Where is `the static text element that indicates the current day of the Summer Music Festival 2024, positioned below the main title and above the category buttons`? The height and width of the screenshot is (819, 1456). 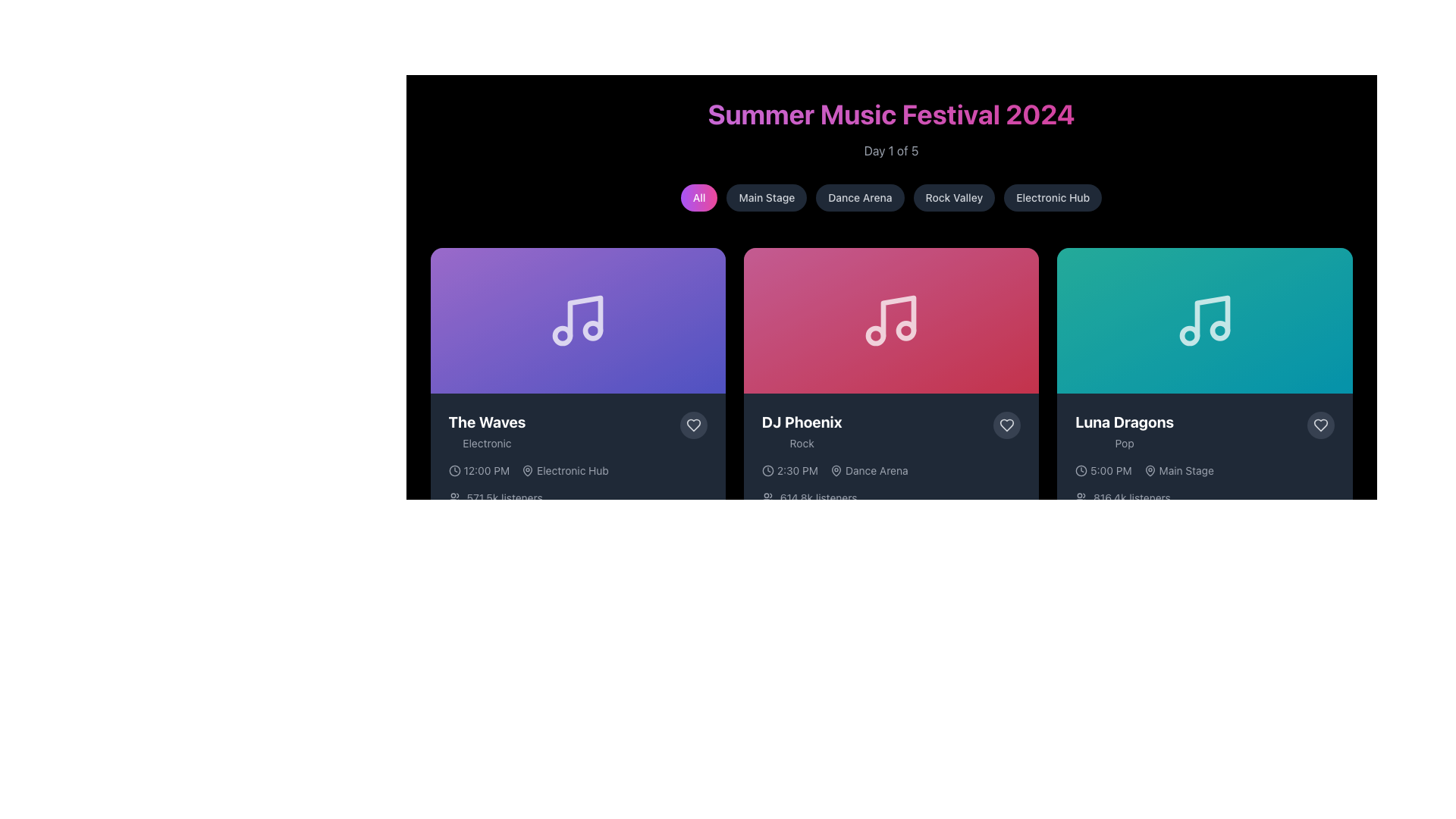 the static text element that indicates the current day of the Summer Music Festival 2024, positioned below the main title and above the category buttons is located at coordinates (891, 151).